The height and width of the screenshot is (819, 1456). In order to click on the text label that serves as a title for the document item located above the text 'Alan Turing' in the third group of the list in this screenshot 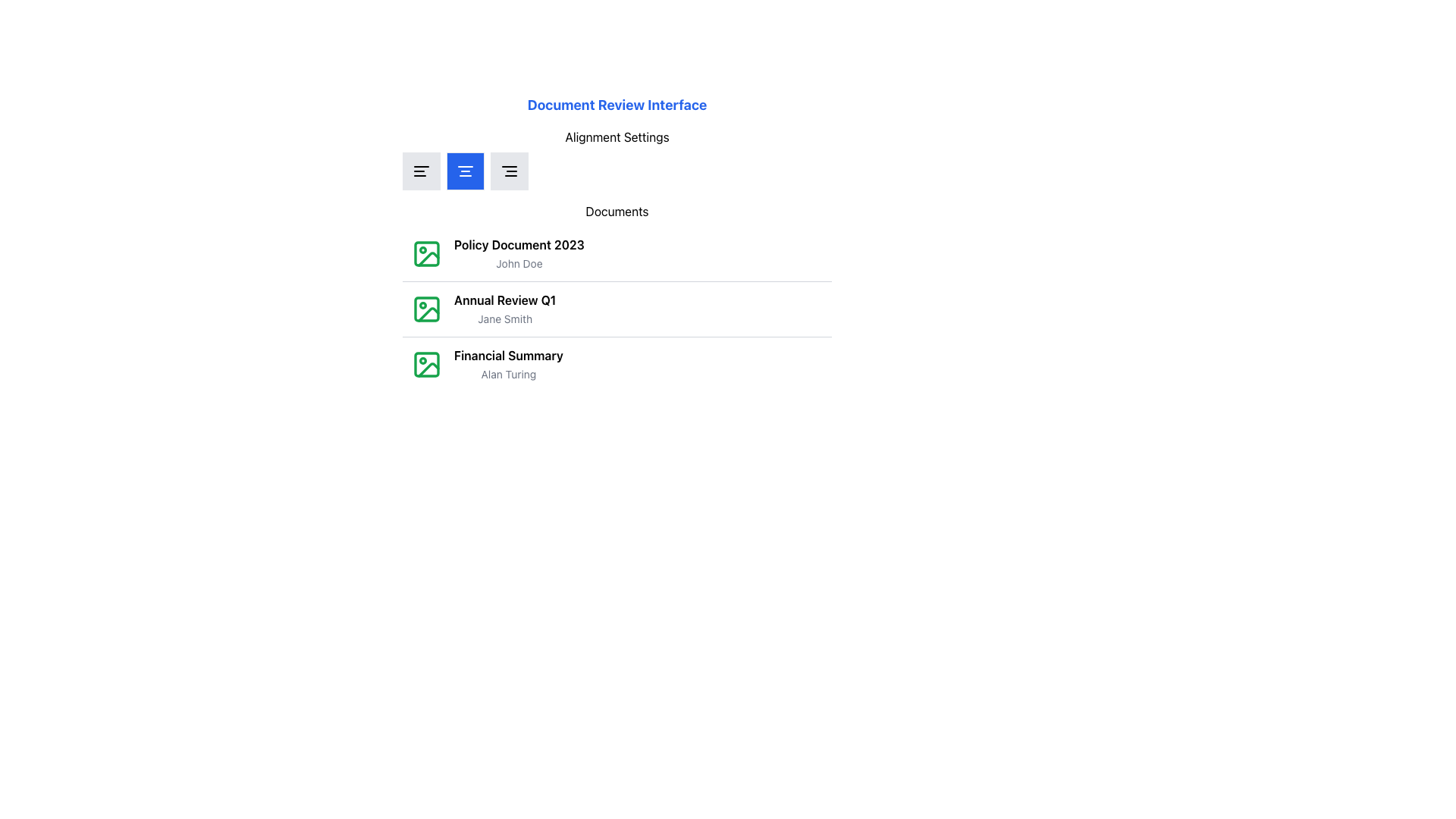, I will do `click(508, 356)`.